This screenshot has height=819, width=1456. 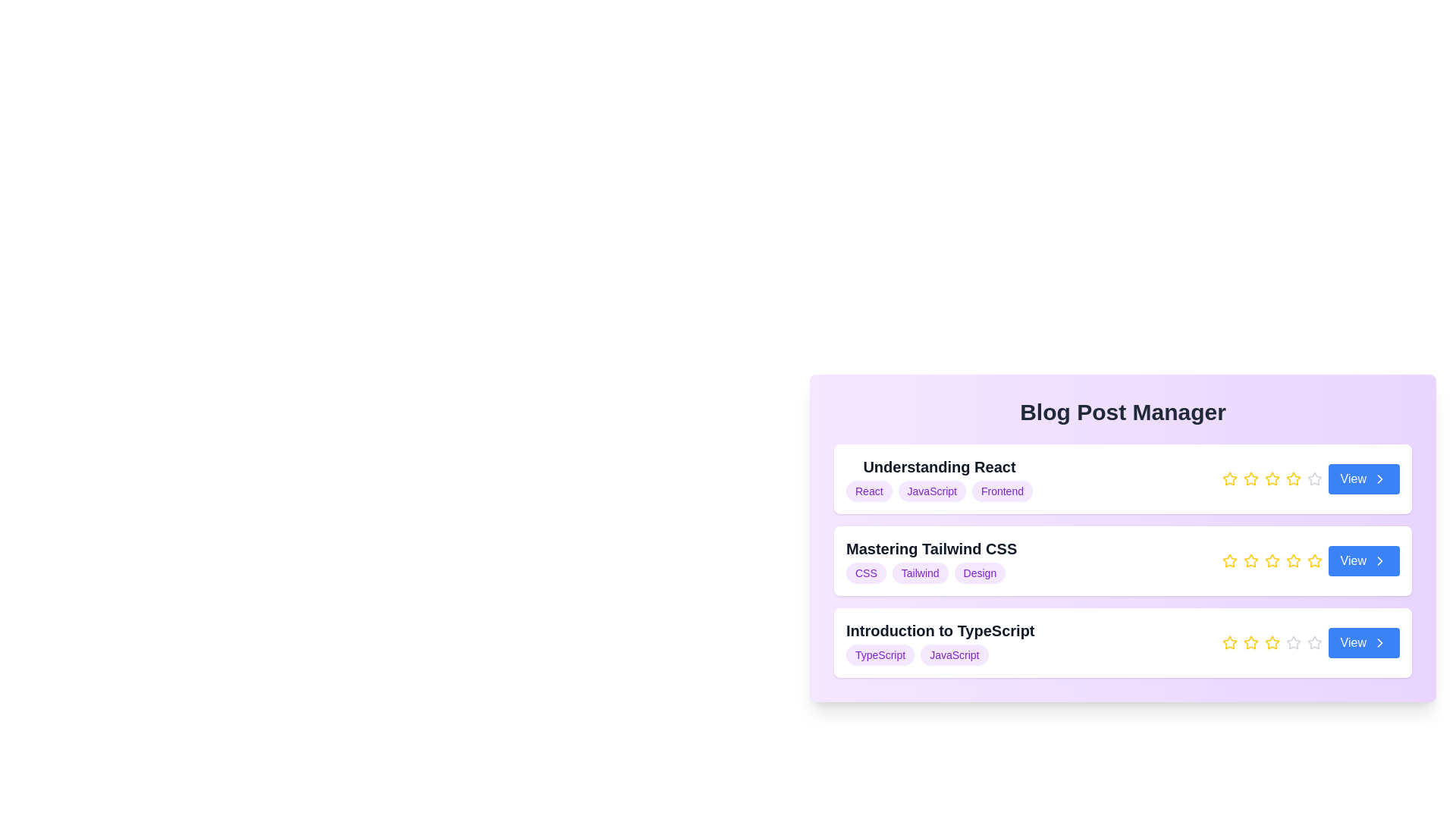 What do you see at coordinates (1379, 561) in the screenshot?
I see `the right-pointing chevron icon located to the right of the 'View' button in the Blog Post Manager panel, which serves as a navigational indicator` at bounding box center [1379, 561].